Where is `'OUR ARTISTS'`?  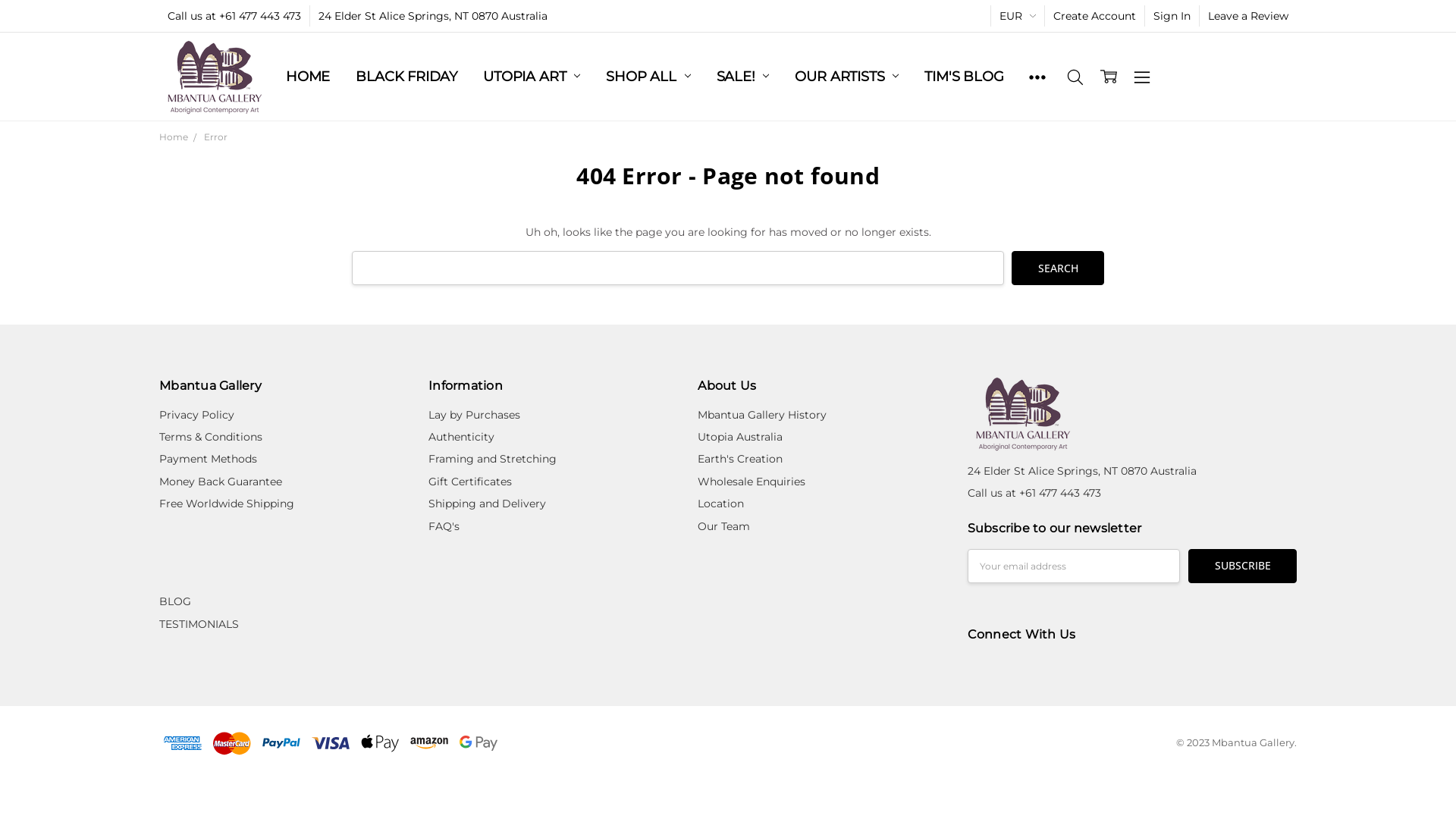
'OUR ARTISTS' is located at coordinates (846, 76).